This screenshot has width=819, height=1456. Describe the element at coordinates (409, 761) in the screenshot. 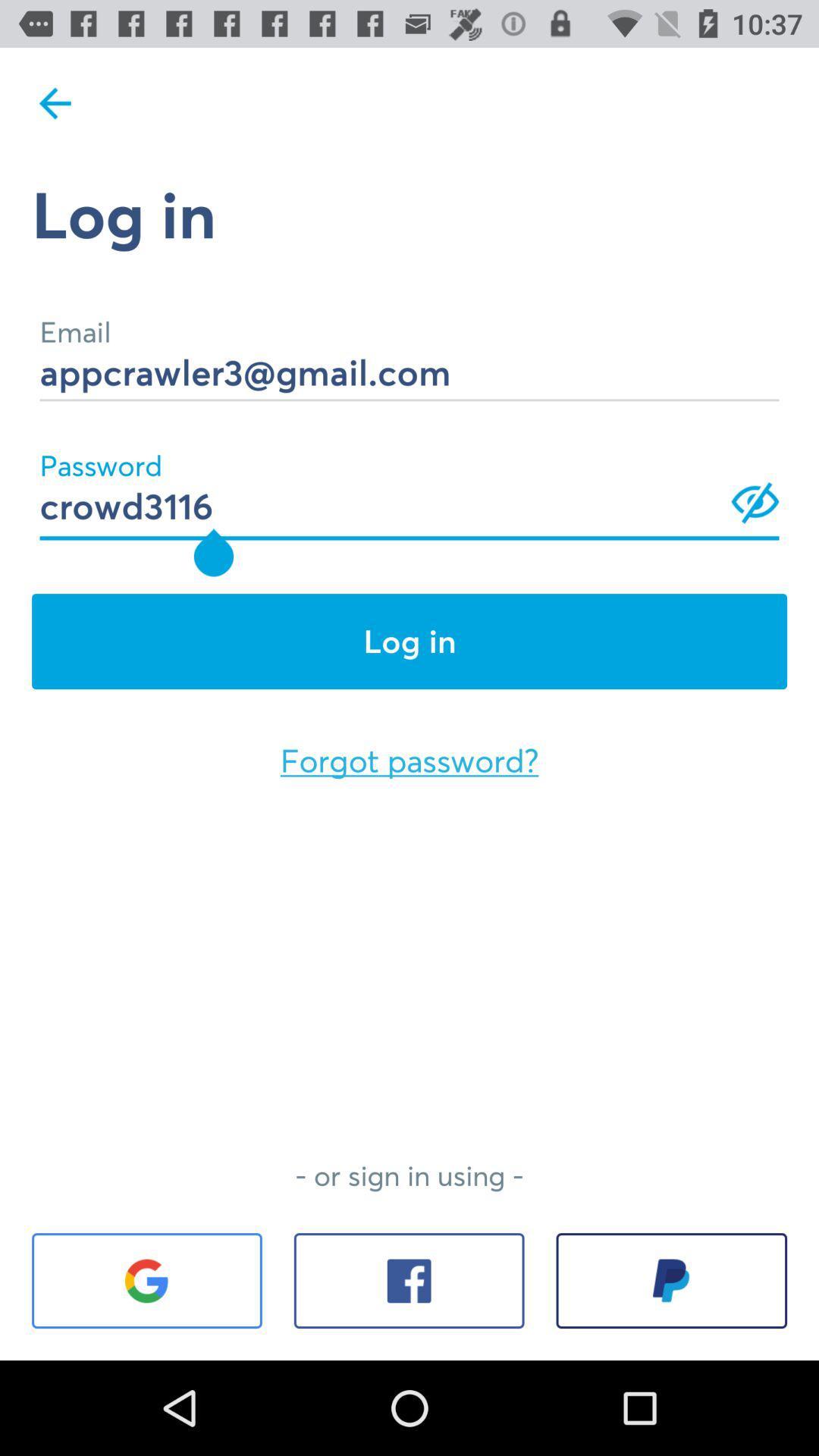

I see `icon above the or sign in icon` at that location.